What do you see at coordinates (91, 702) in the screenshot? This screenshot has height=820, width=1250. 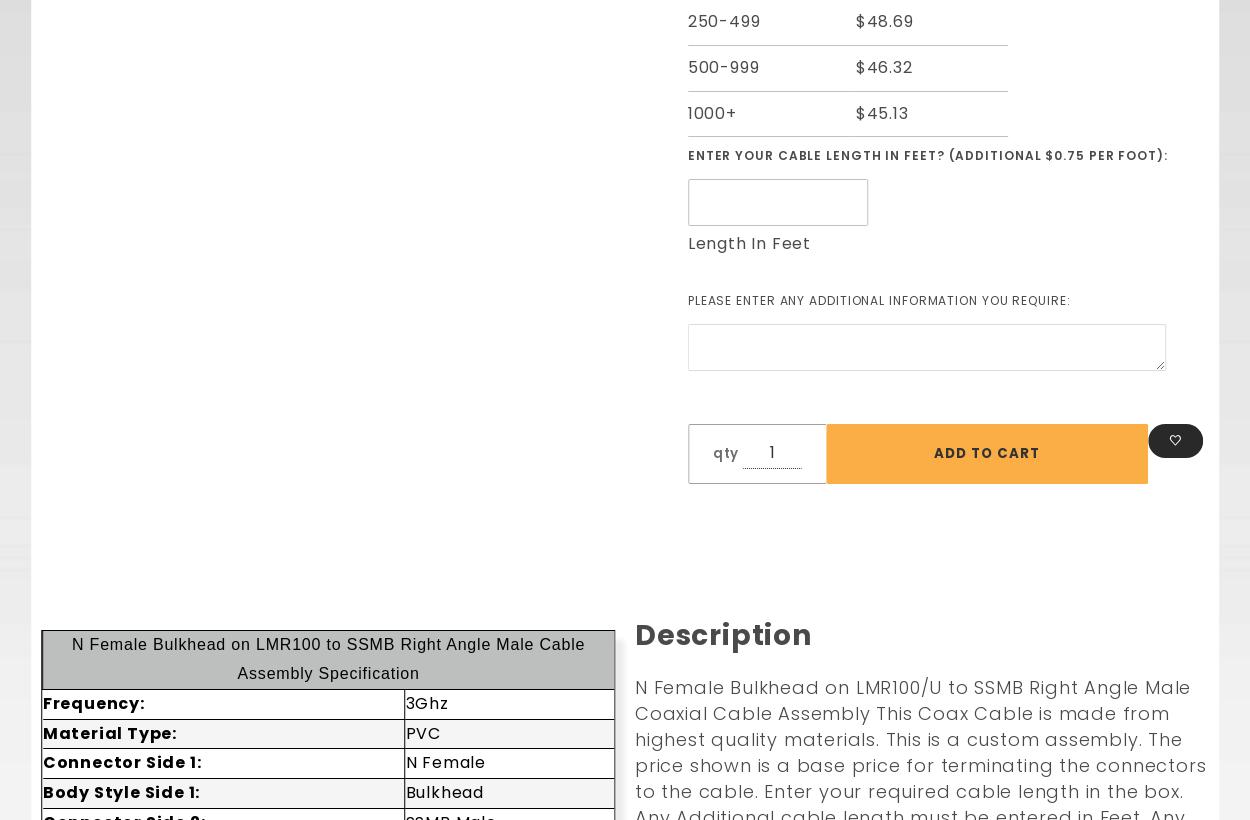 I see `'Frequency:'` at bounding box center [91, 702].